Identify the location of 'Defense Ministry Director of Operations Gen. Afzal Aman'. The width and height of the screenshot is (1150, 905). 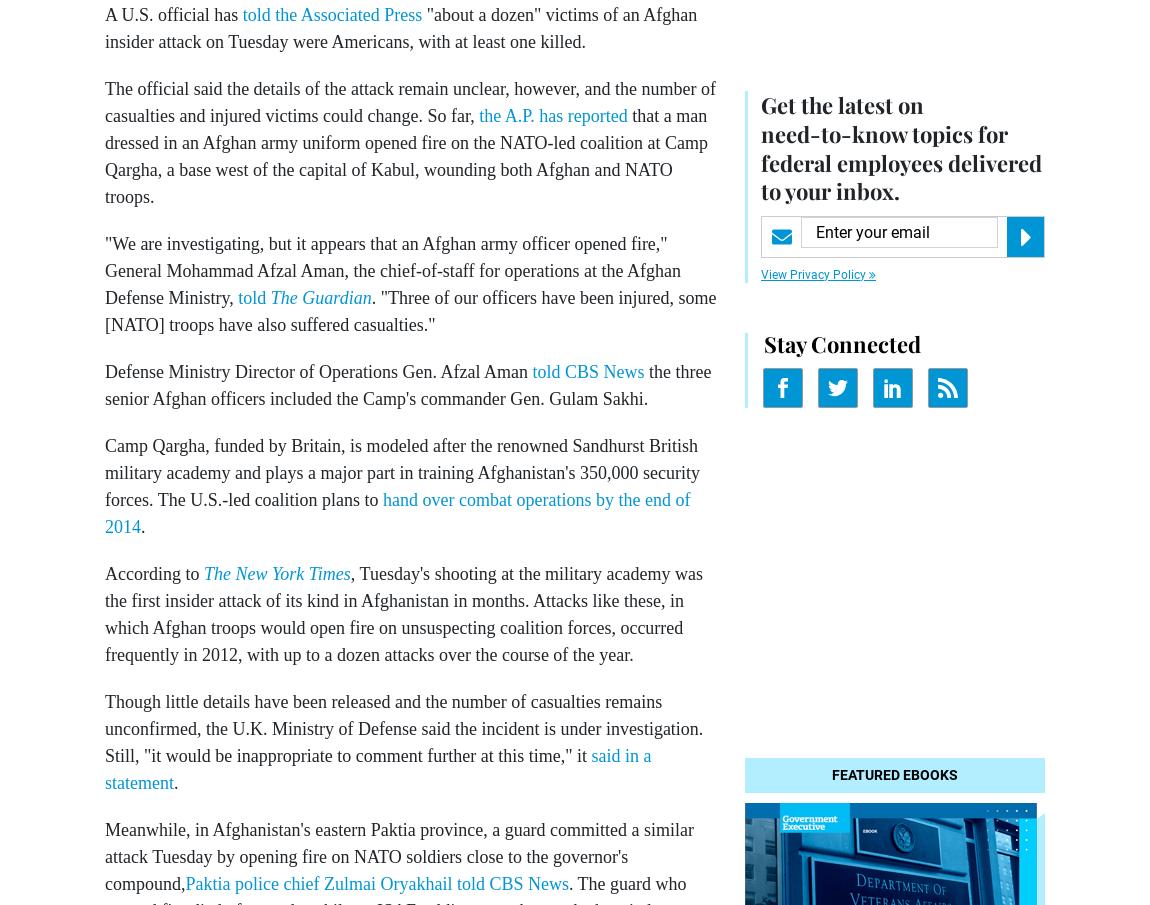
(318, 371).